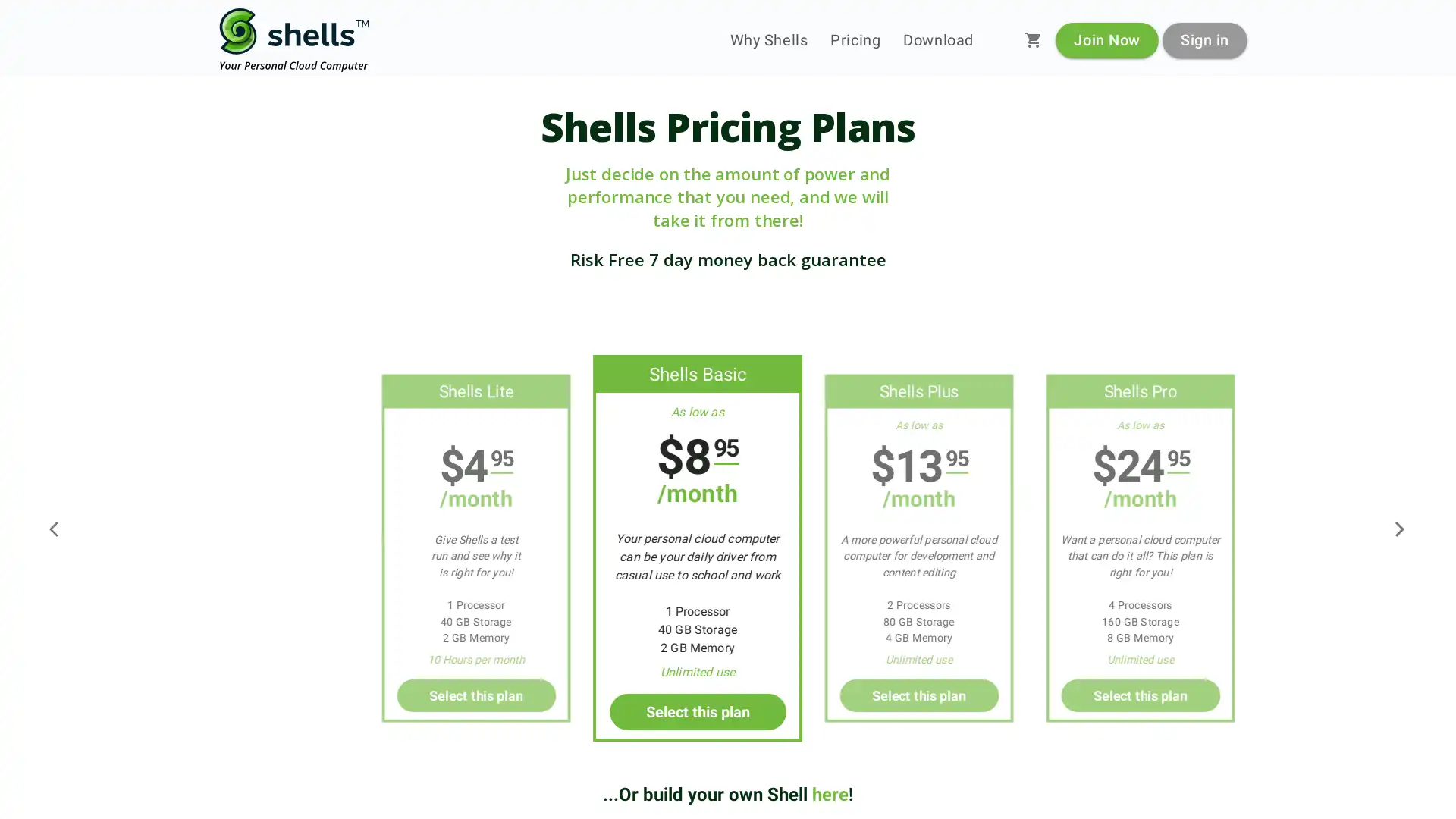 The width and height of the screenshot is (1456, 819). What do you see at coordinates (1033, 39) in the screenshot?
I see `cart` at bounding box center [1033, 39].